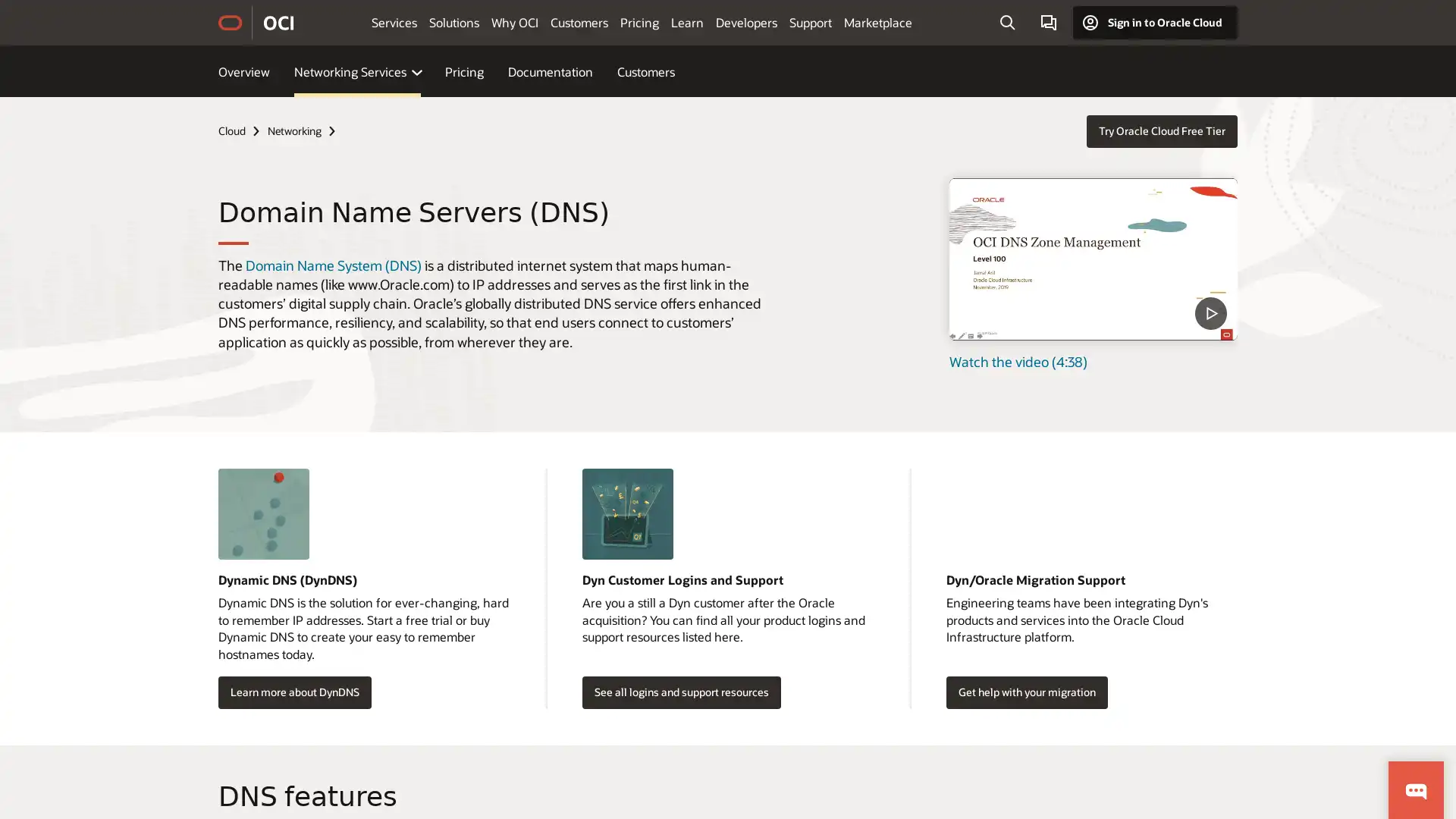 The image size is (1456, 819). What do you see at coordinates (394, 22) in the screenshot?
I see `Services` at bounding box center [394, 22].